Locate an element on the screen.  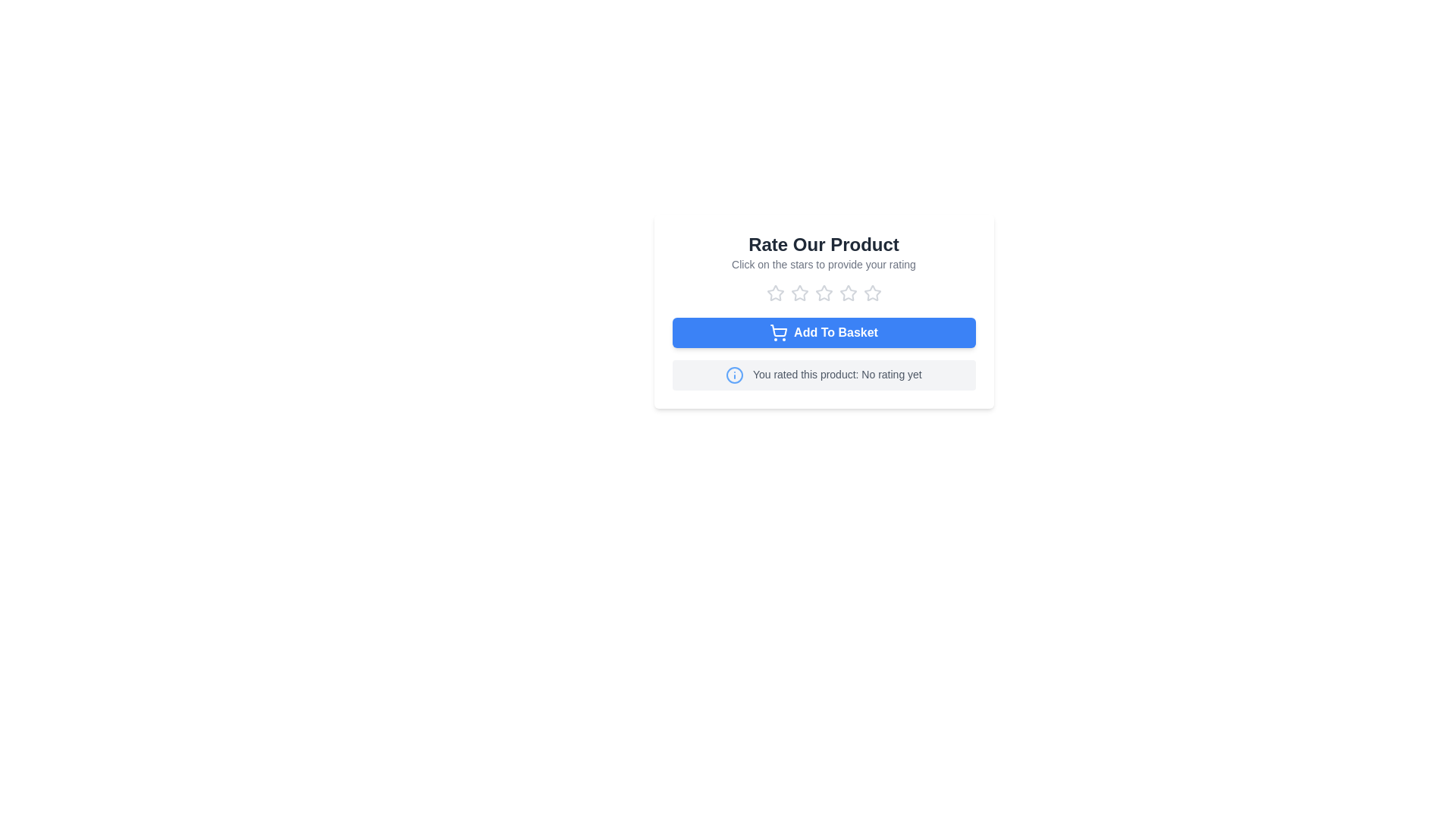
the first star icon in the 'Rate Our Product' section, which is part of a series of five rating stars, located above the 'Add To Basket' button is located at coordinates (775, 293).